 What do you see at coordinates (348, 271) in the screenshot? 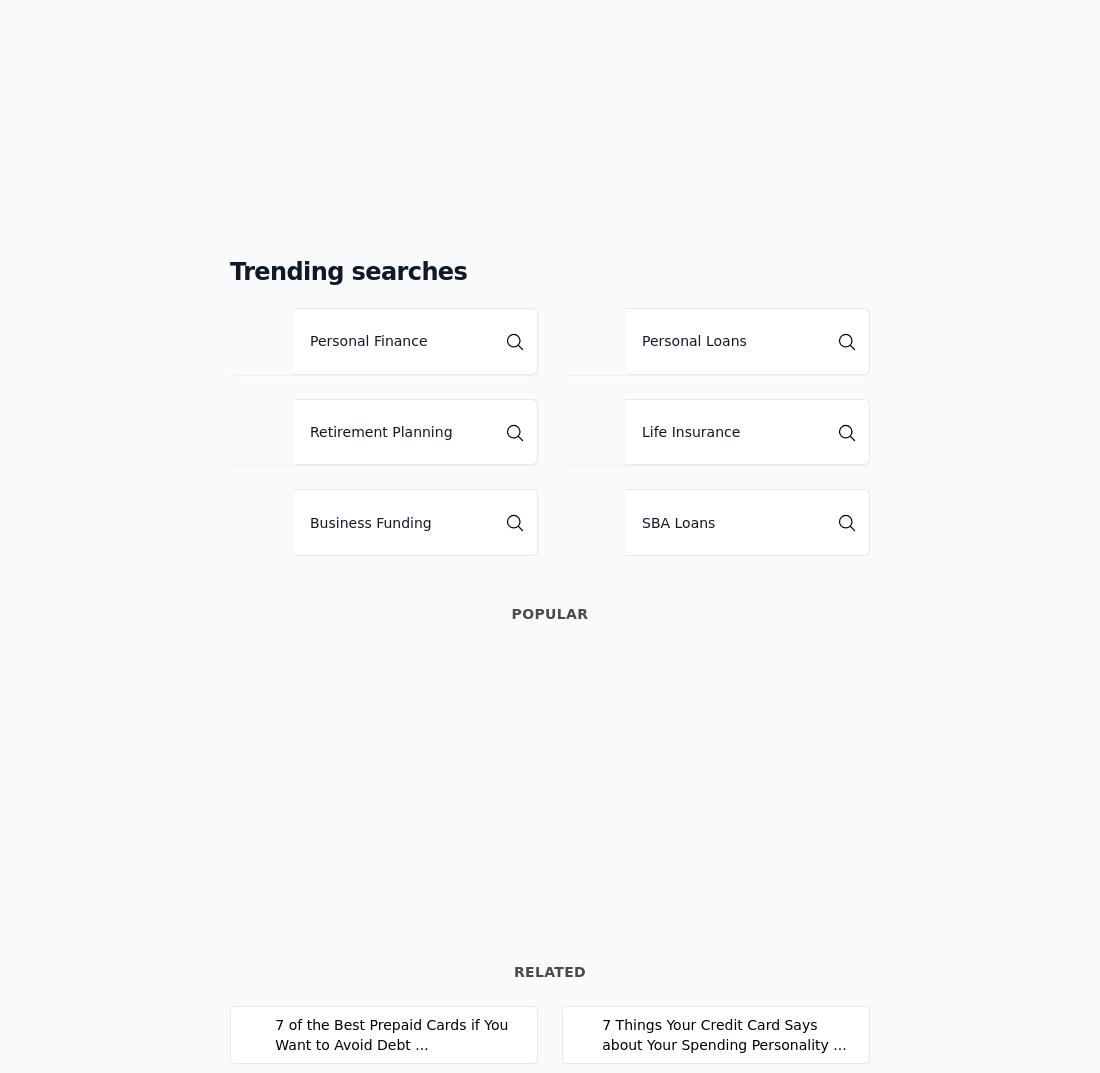
I see `'Trending searches'` at bounding box center [348, 271].